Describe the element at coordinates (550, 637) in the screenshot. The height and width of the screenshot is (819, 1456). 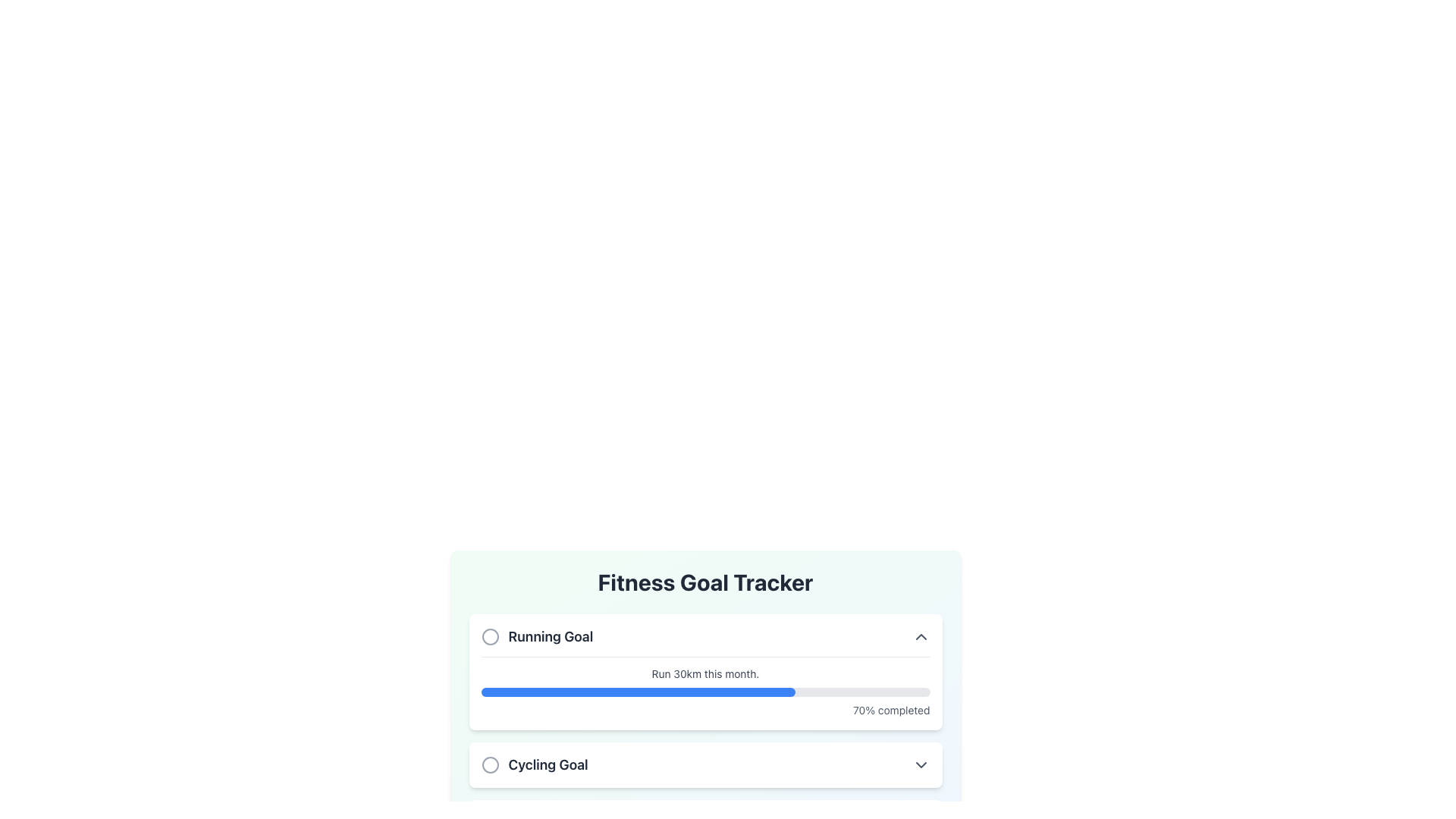
I see `the 'Running Goal' text label, which is styled in bold and located in the Fitness Goal Tracker interface, to the right of a circular control icon` at that location.